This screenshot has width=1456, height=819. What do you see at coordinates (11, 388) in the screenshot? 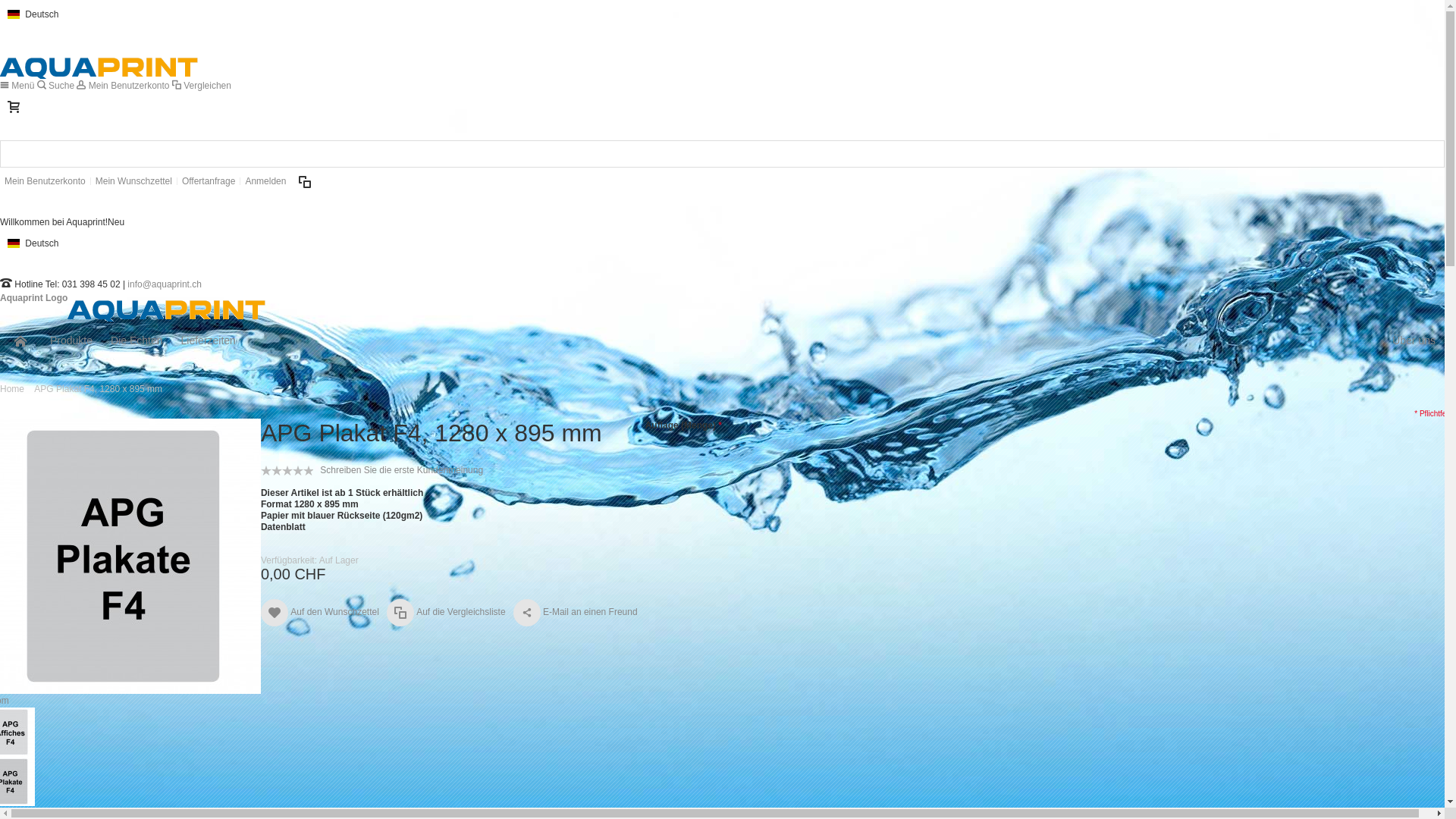
I see `'Home'` at bounding box center [11, 388].